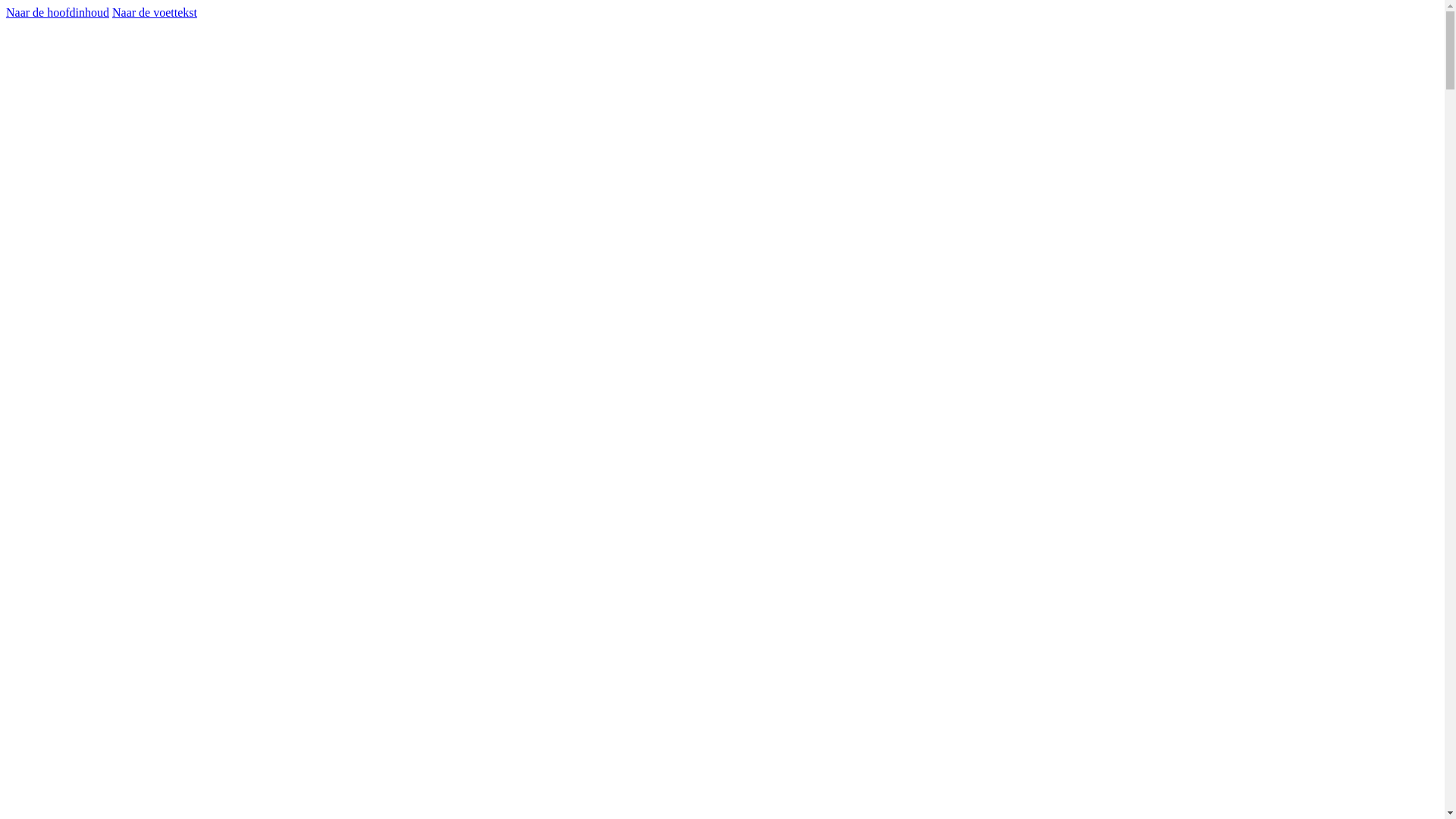 This screenshot has width=1456, height=819. What do you see at coordinates (111, 12) in the screenshot?
I see `'Naar de voettekst'` at bounding box center [111, 12].